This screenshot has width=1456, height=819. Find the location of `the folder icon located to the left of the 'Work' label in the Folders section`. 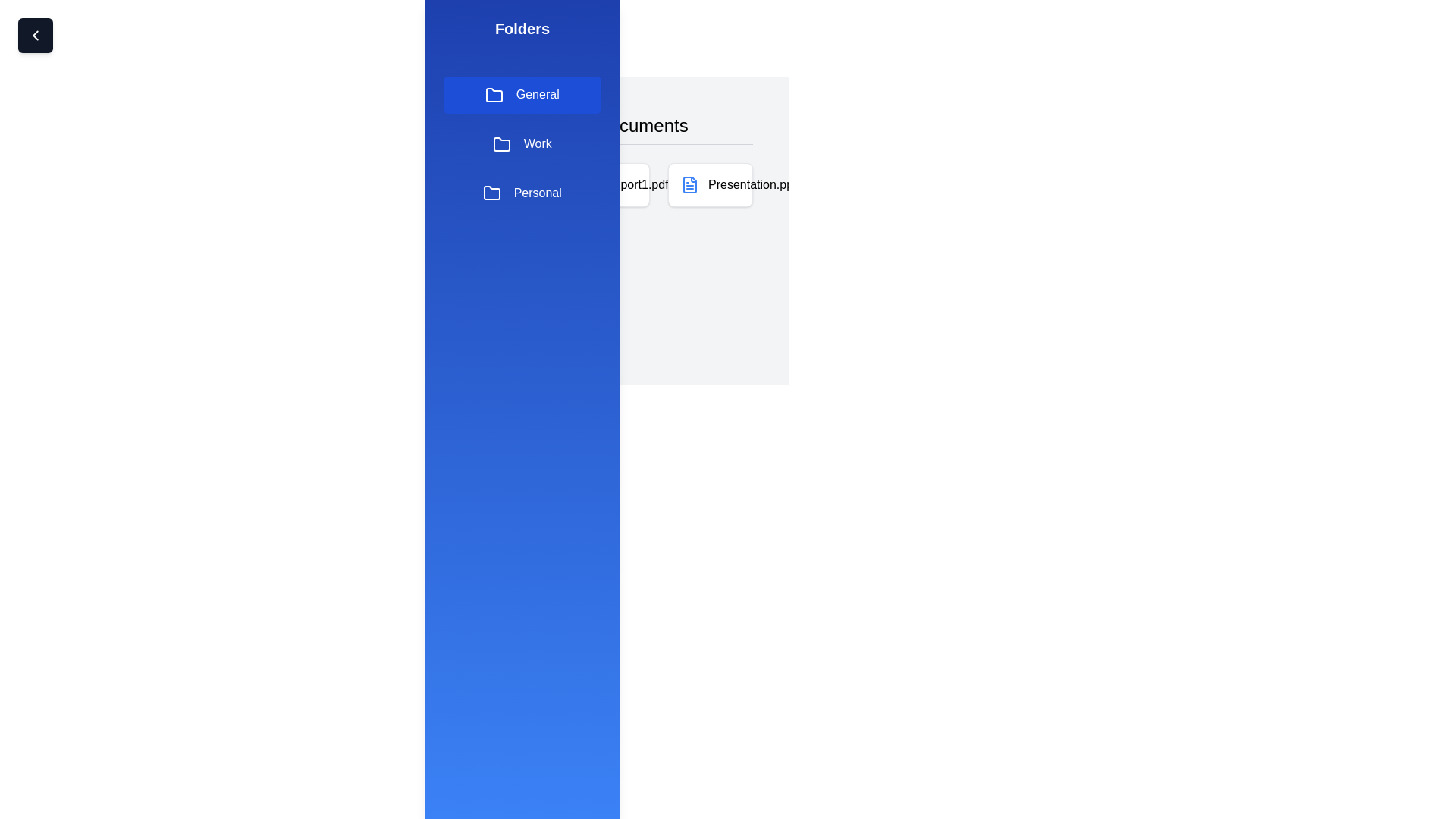

the folder icon located to the left of the 'Work' label in the Folders section is located at coordinates (502, 144).